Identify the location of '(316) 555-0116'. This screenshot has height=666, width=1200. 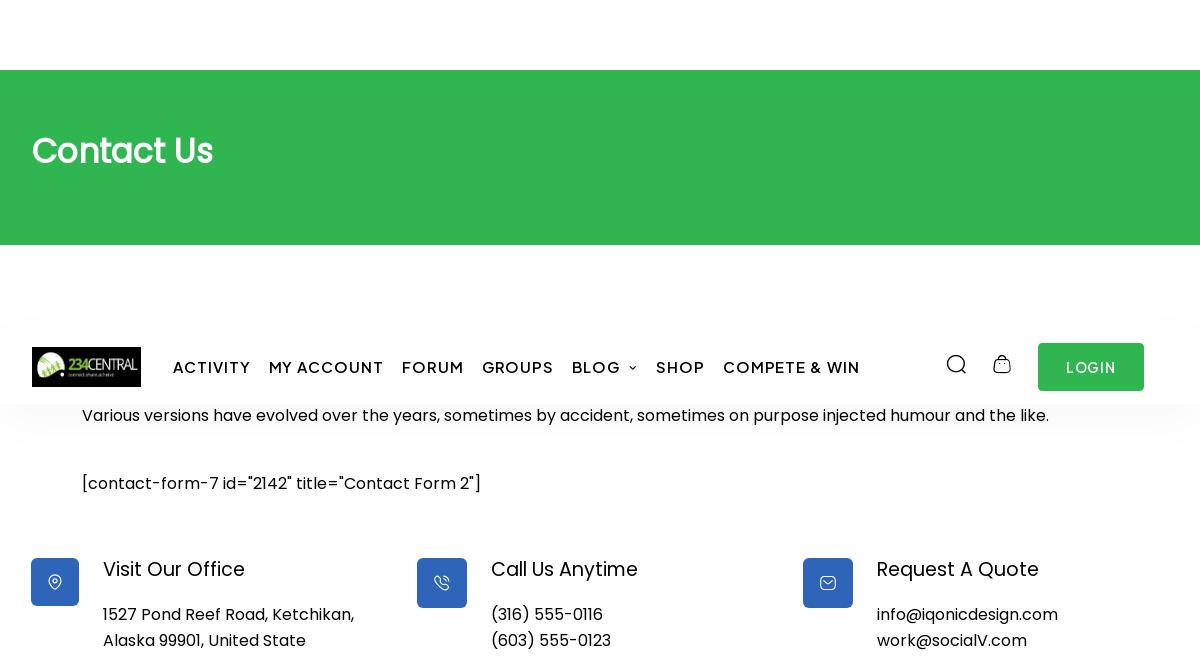
(545, 282).